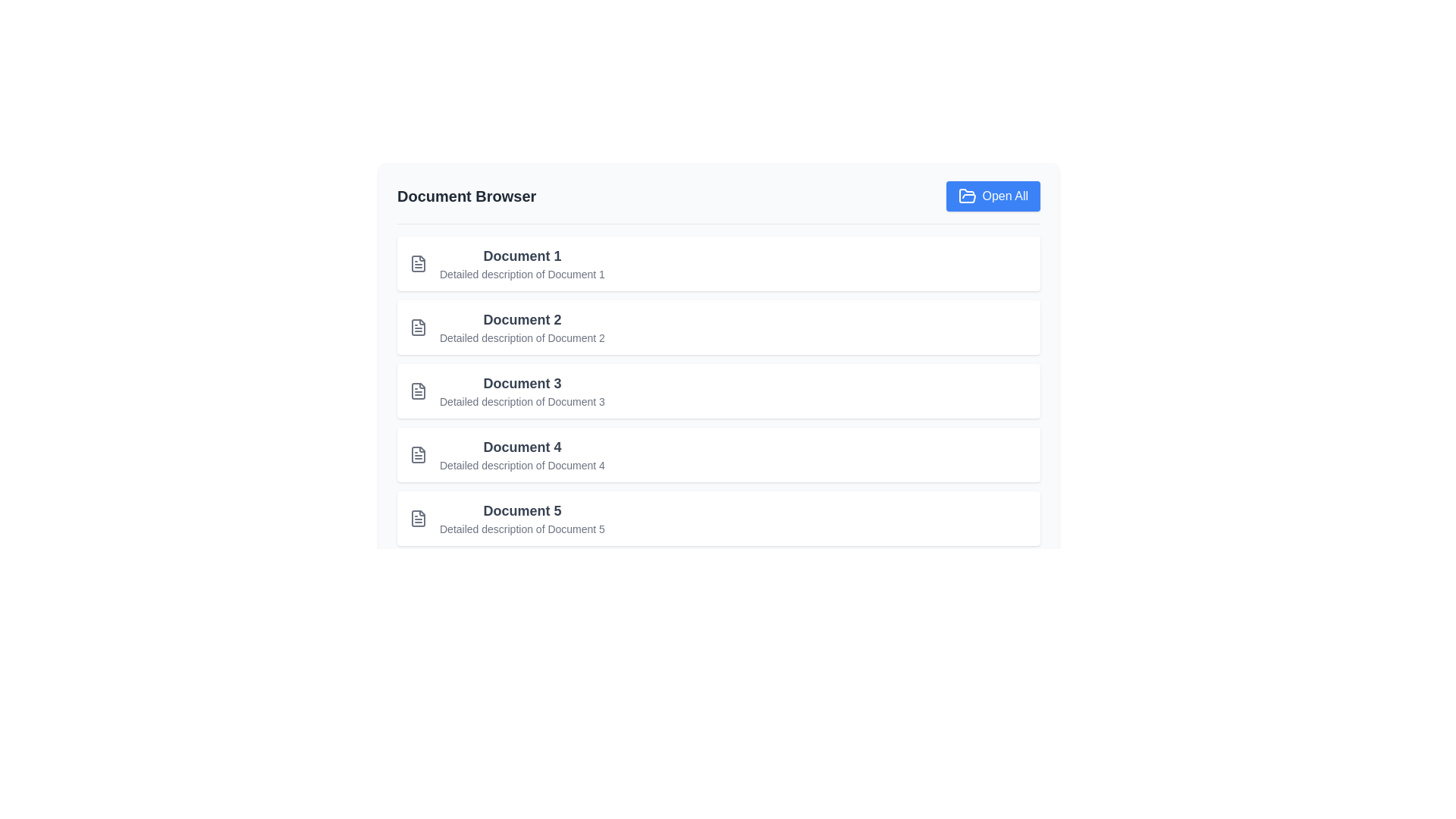 This screenshot has width=1456, height=819. Describe the element at coordinates (522, 400) in the screenshot. I see `the Text label that provides a brief description about 'Document 3', positioned directly below the bold line labeled 'Document 3'` at that location.